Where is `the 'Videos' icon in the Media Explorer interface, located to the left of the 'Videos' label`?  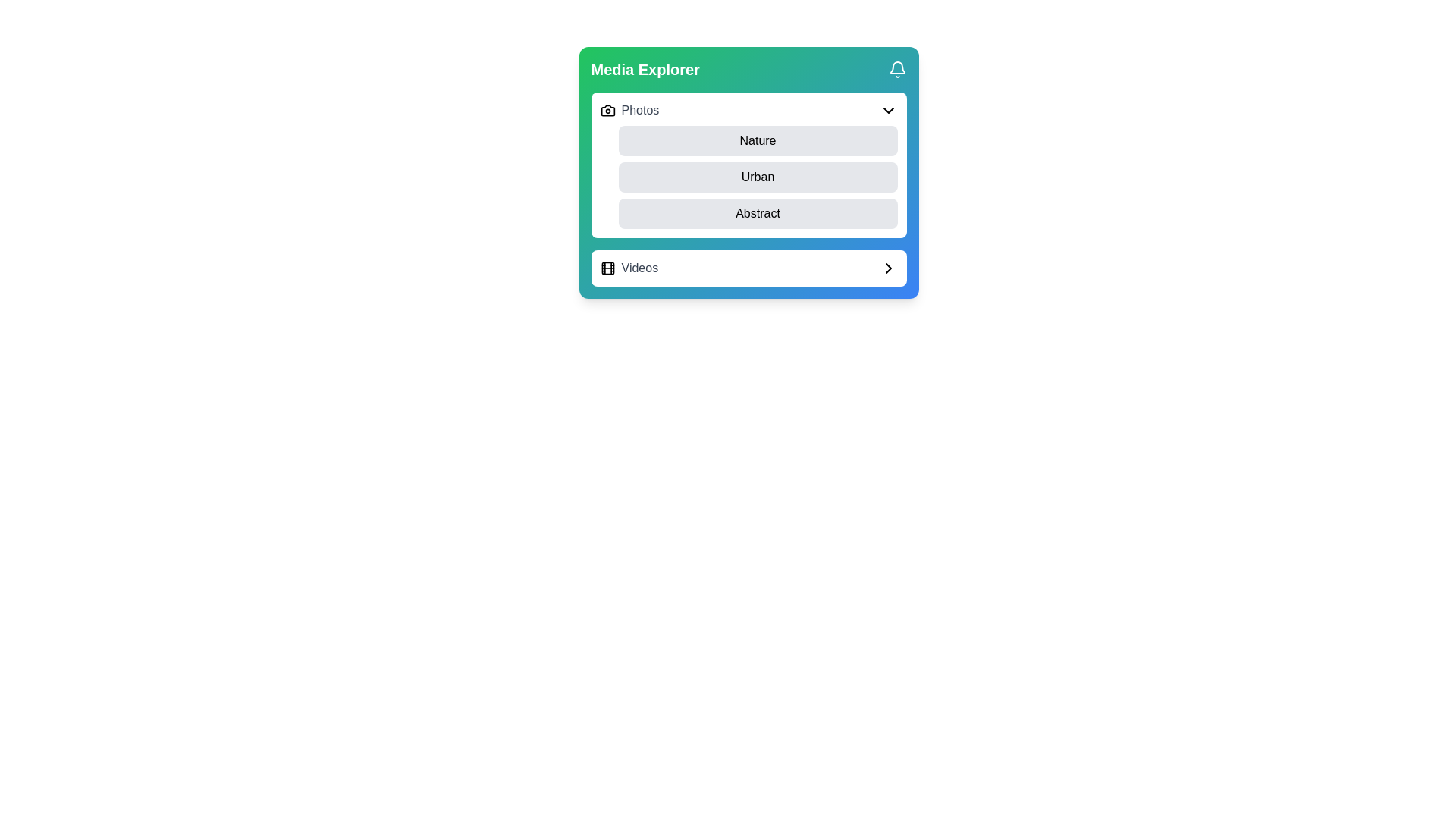
the 'Videos' icon in the Media Explorer interface, located to the left of the 'Videos' label is located at coordinates (607, 268).